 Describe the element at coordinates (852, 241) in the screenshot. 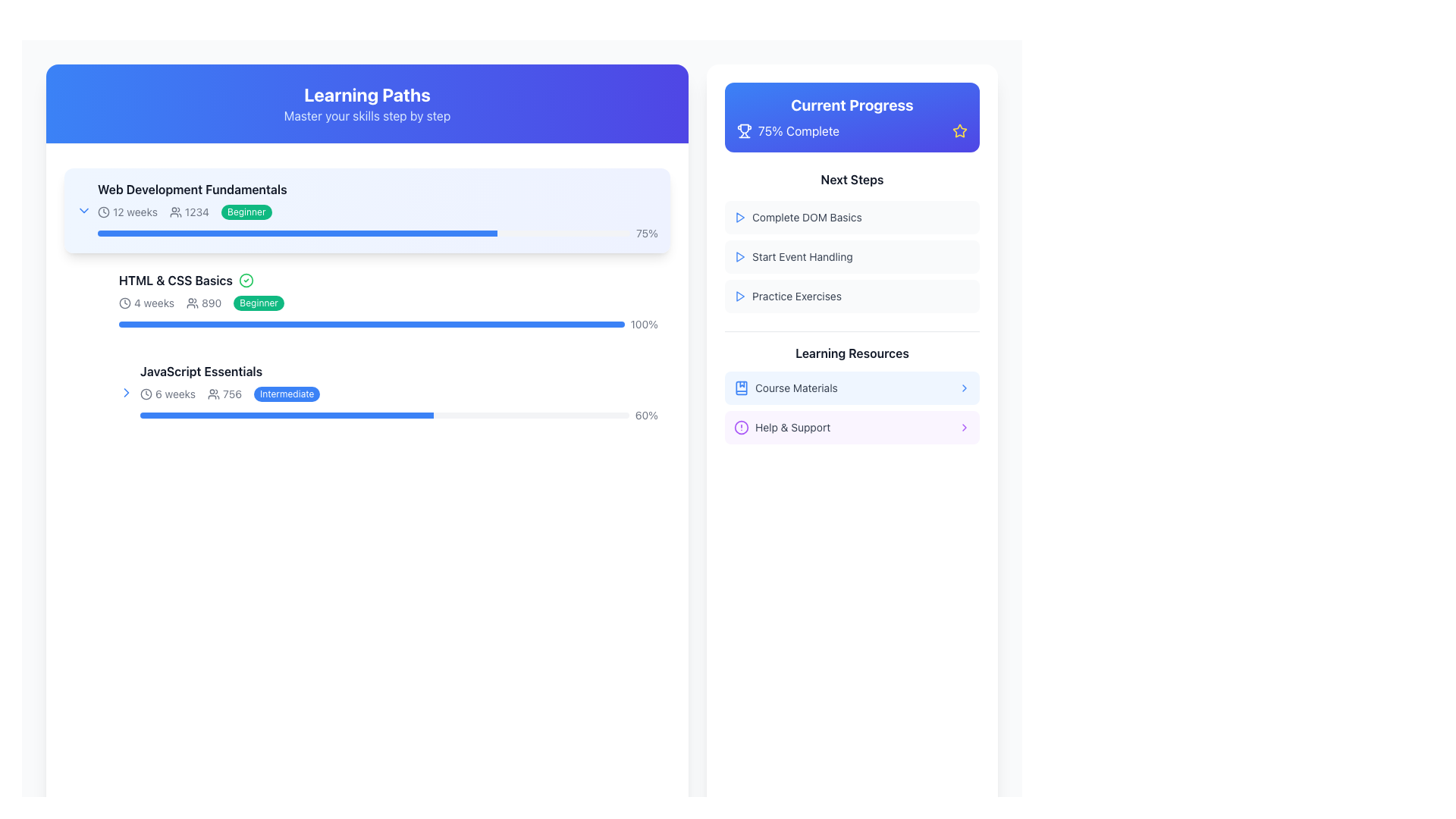

I see `the second list item in the 'Next Steps' section, which guides users toward 'Start Event Handling' content` at that location.